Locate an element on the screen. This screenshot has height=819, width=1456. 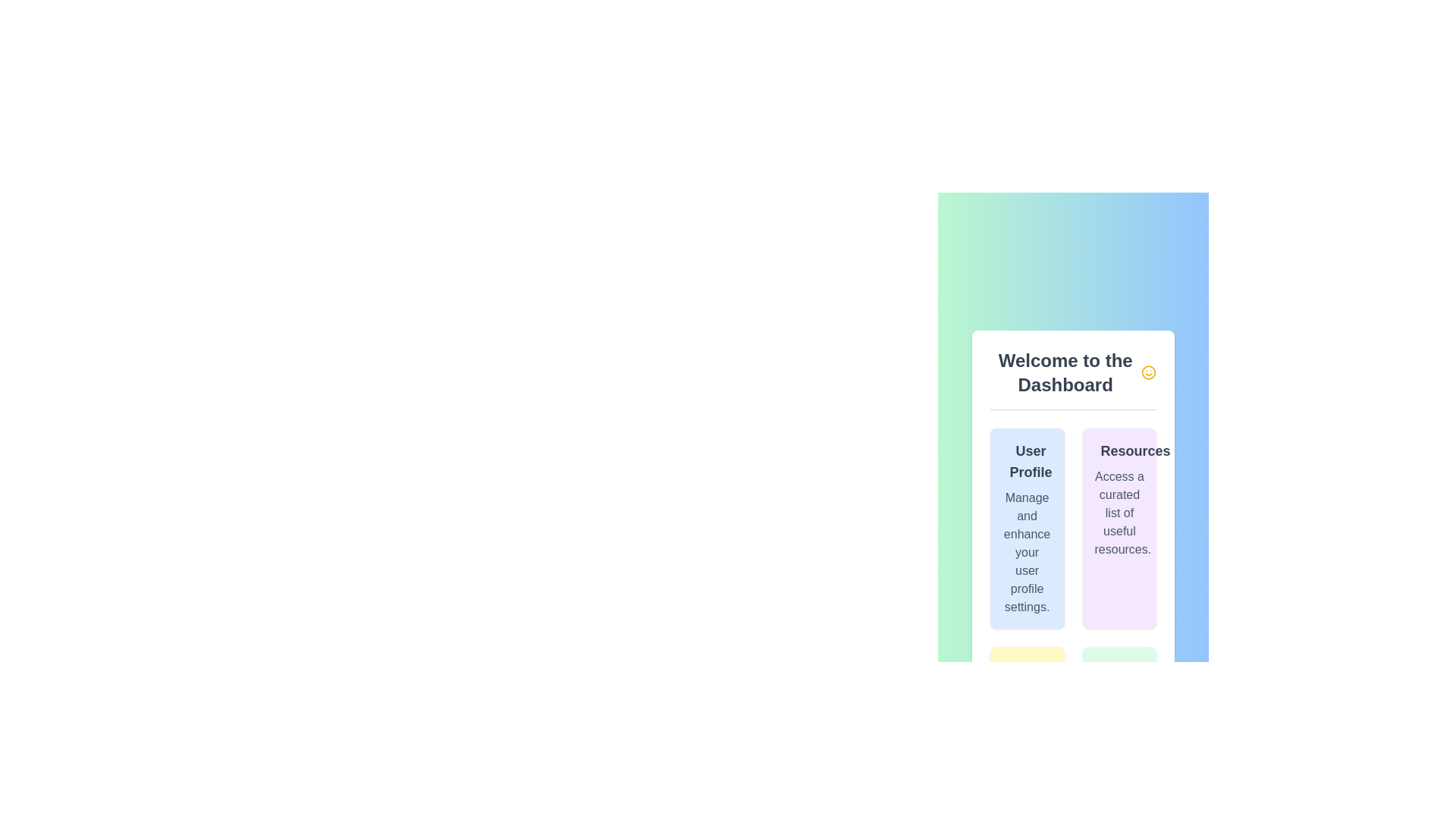
the introductory text message on the dashboard interface, which is positioned to the left of a yellow smiley icon in the upper section of the main content is located at coordinates (1065, 372).